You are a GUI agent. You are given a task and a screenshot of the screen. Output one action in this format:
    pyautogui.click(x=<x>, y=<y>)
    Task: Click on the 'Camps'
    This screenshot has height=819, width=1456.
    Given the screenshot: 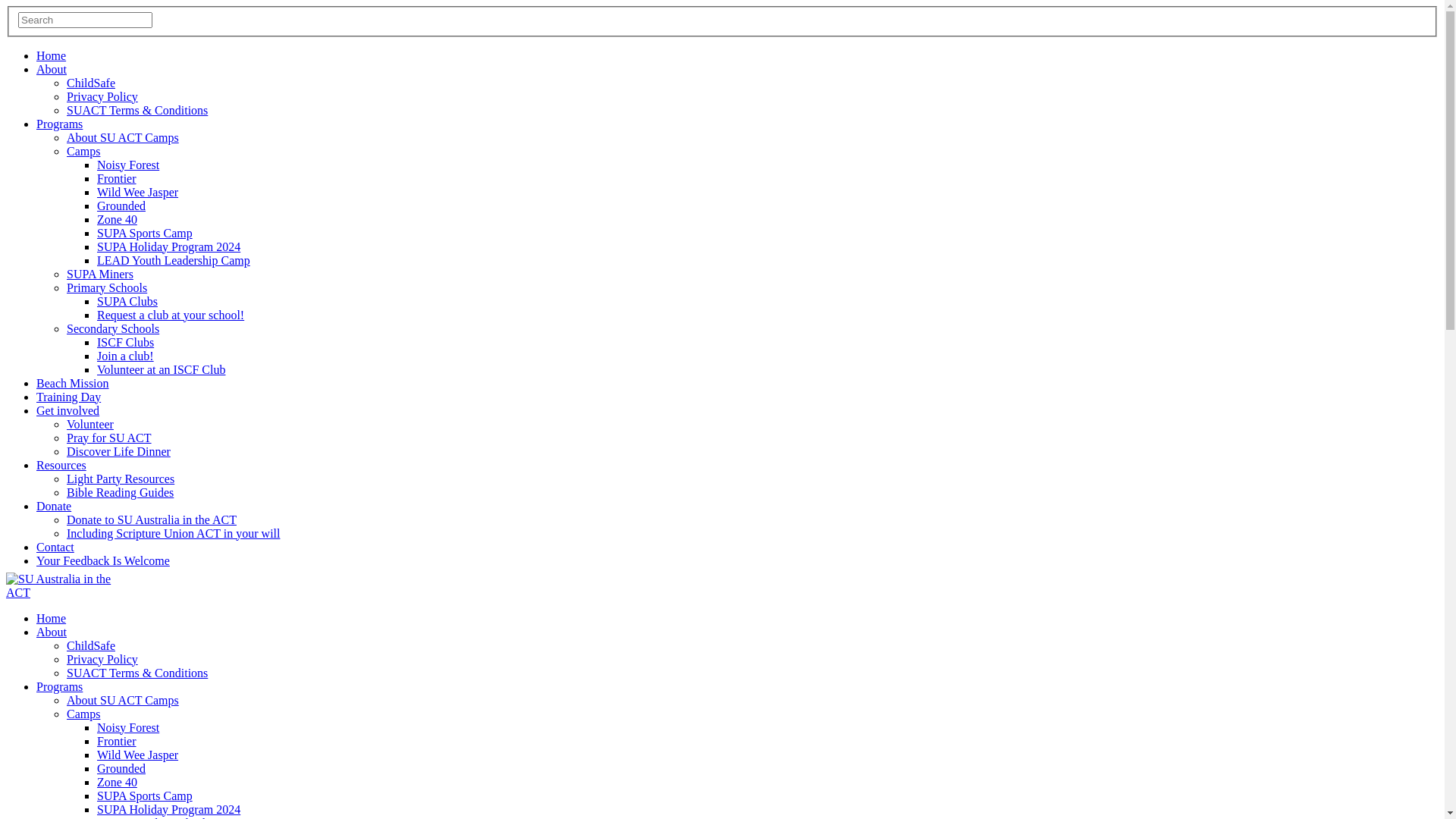 What is the action you would take?
    pyautogui.click(x=65, y=714)
    